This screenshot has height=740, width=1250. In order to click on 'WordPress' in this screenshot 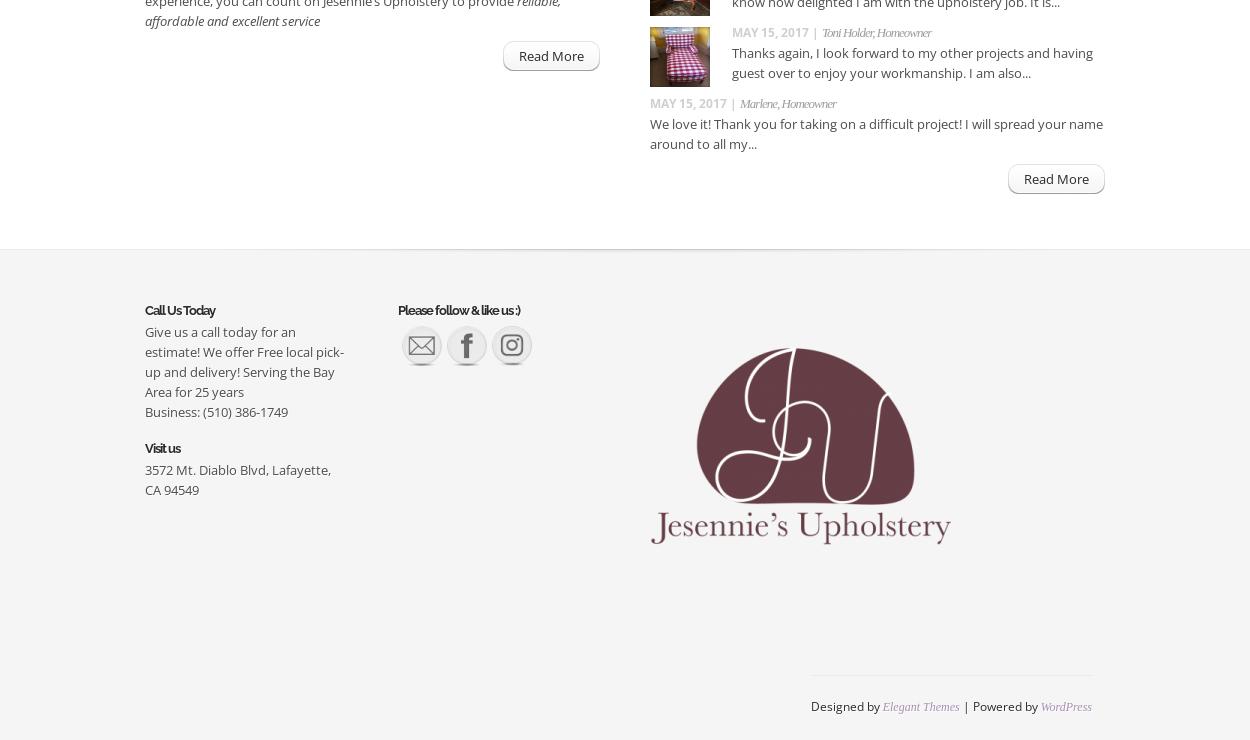, I will do `click(1065, 705)`.